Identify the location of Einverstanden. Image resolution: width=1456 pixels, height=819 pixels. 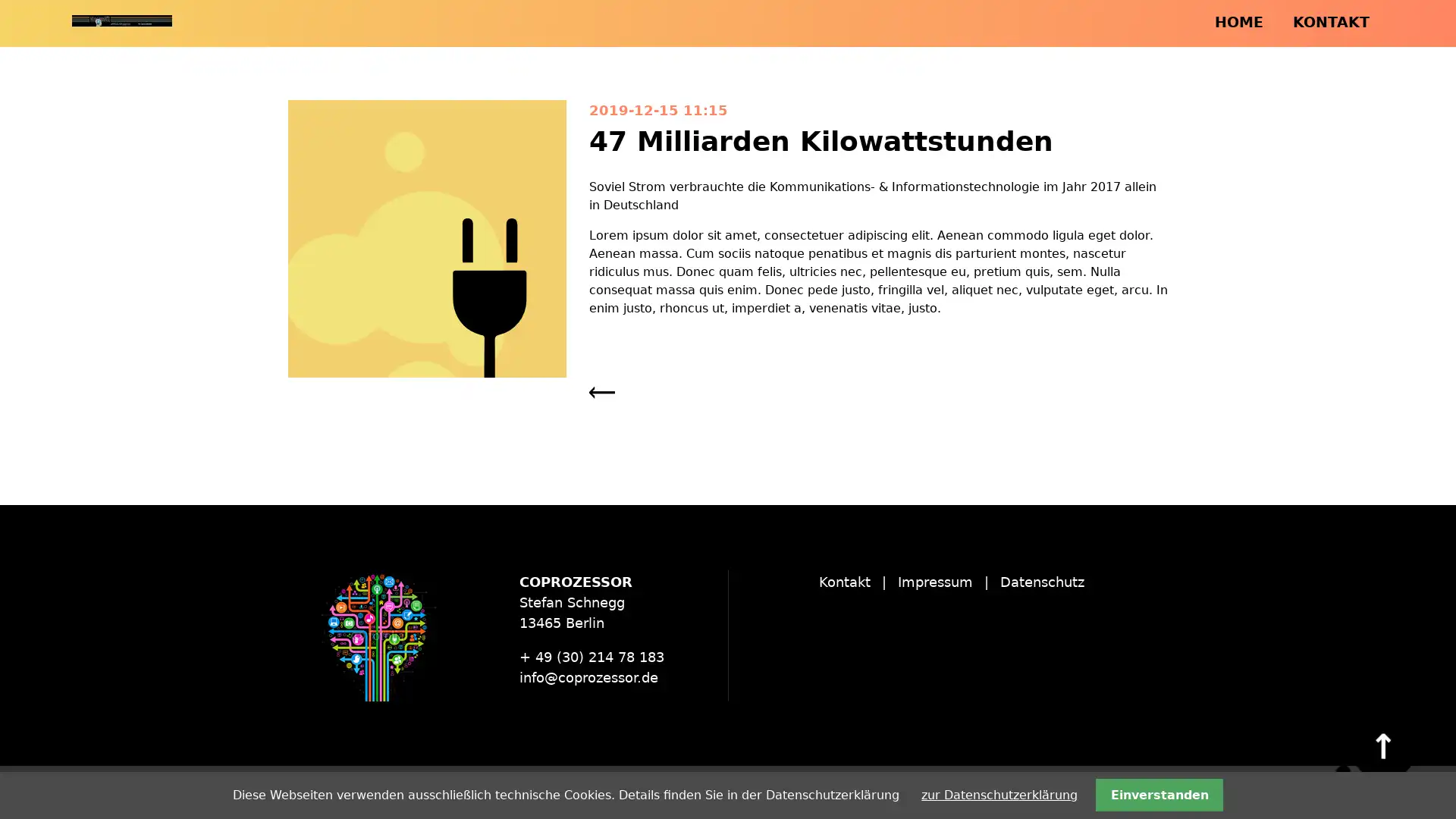
(1158, 794).